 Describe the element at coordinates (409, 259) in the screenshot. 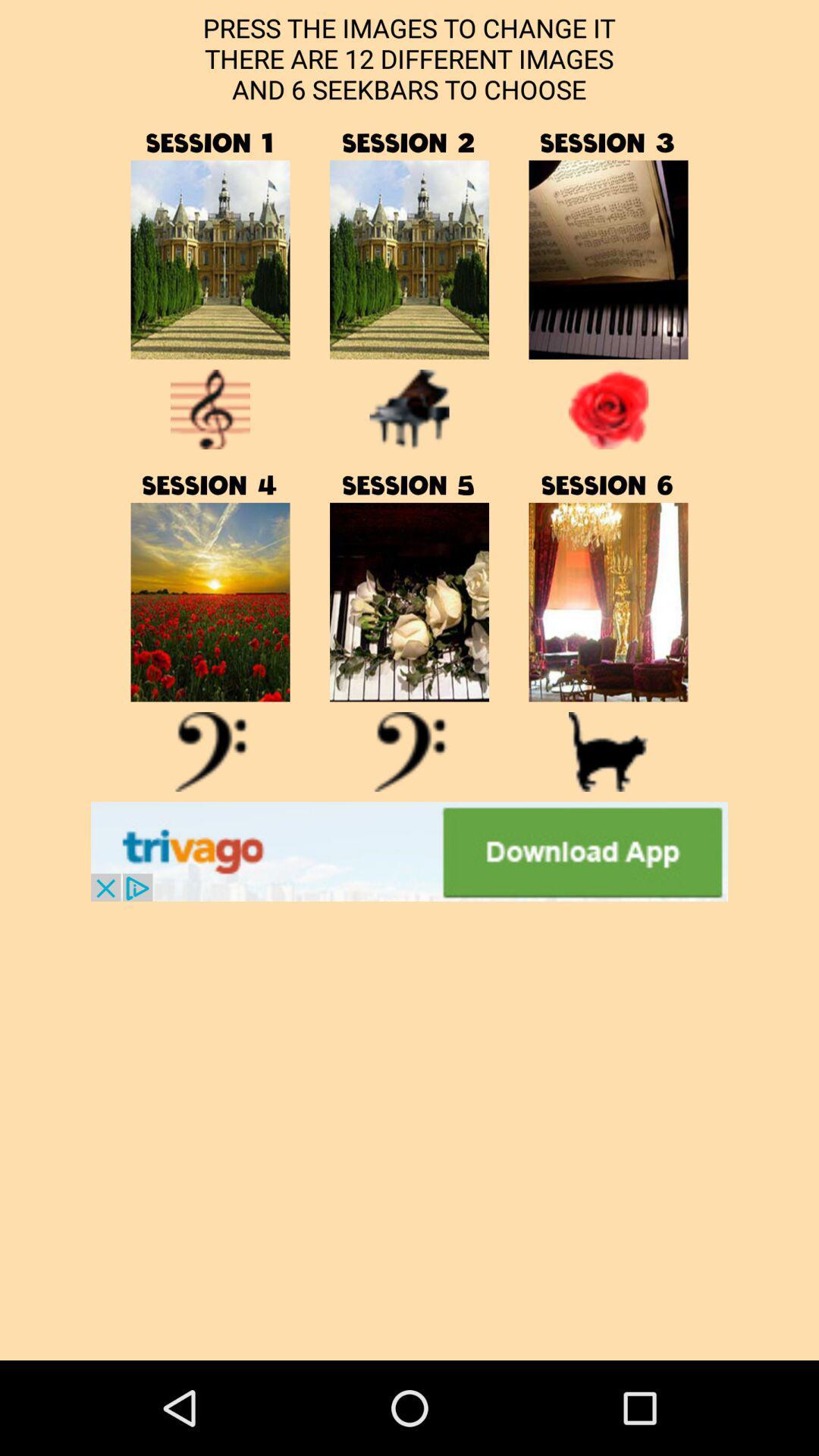

I see `open` at that location.